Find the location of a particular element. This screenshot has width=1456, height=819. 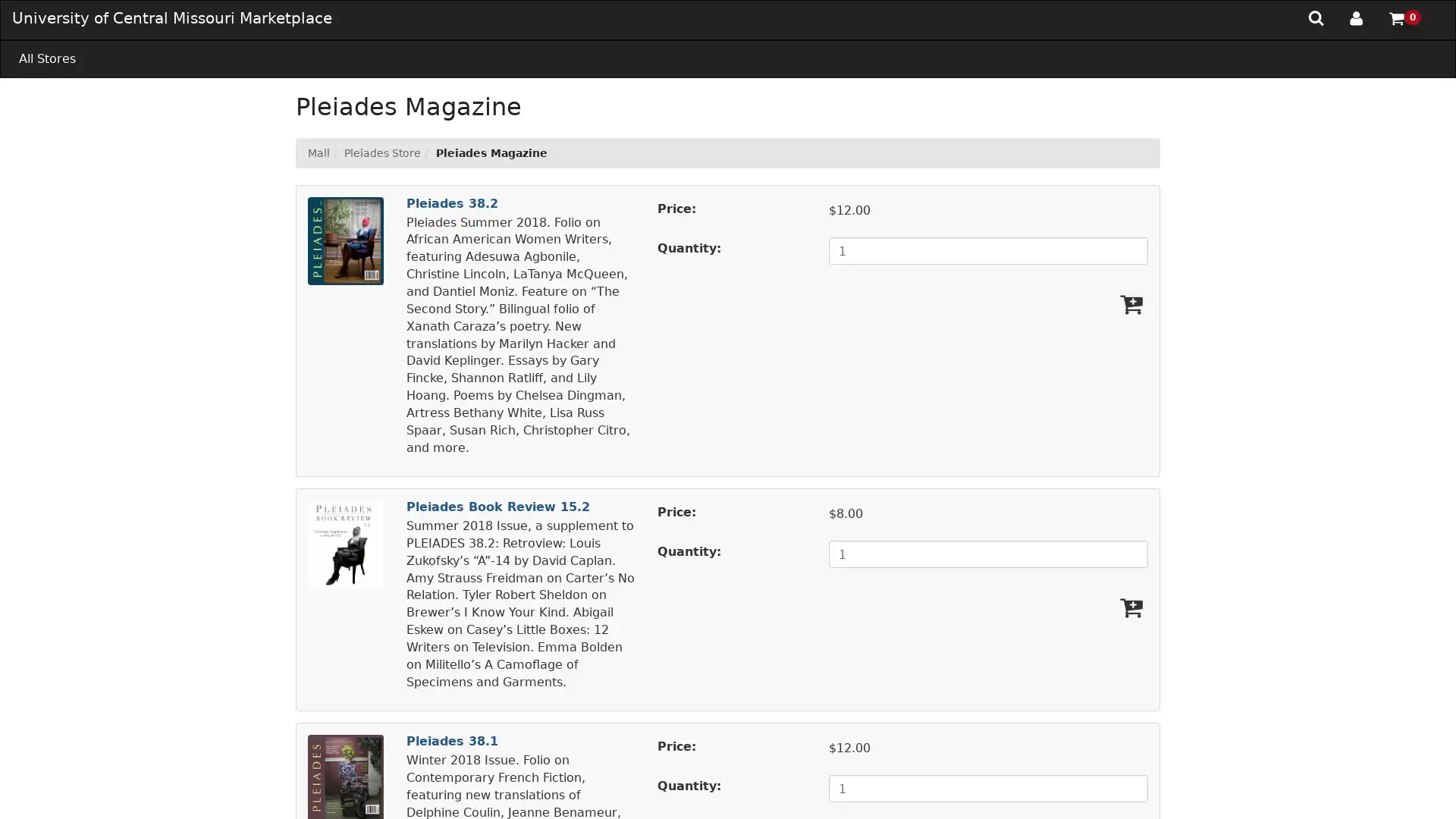

Add Pleiades Book Review 15.2 To Cart is located at coordinates (1131, 609).